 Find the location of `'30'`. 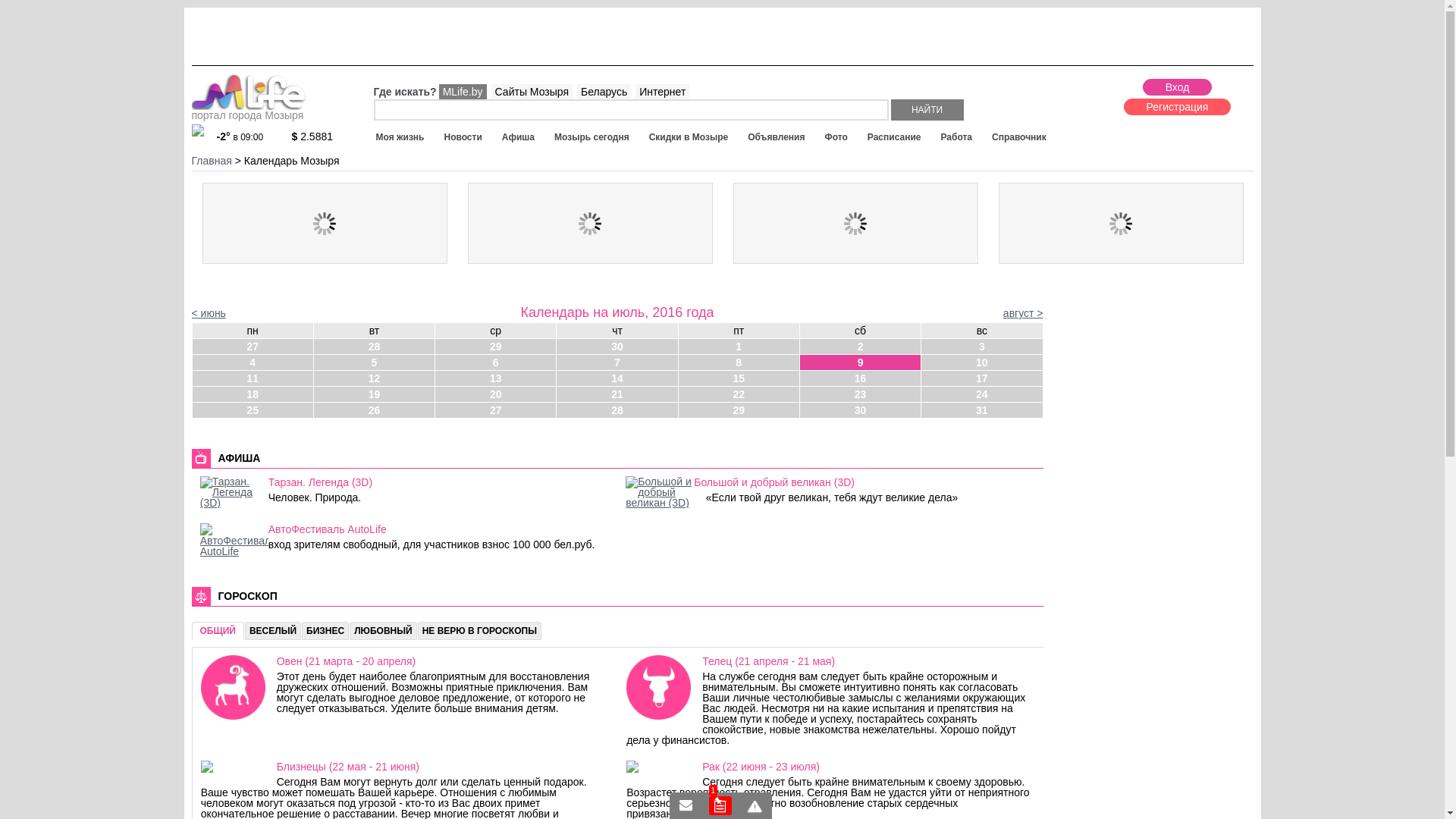

'30' is located at coordinates (617, 346).